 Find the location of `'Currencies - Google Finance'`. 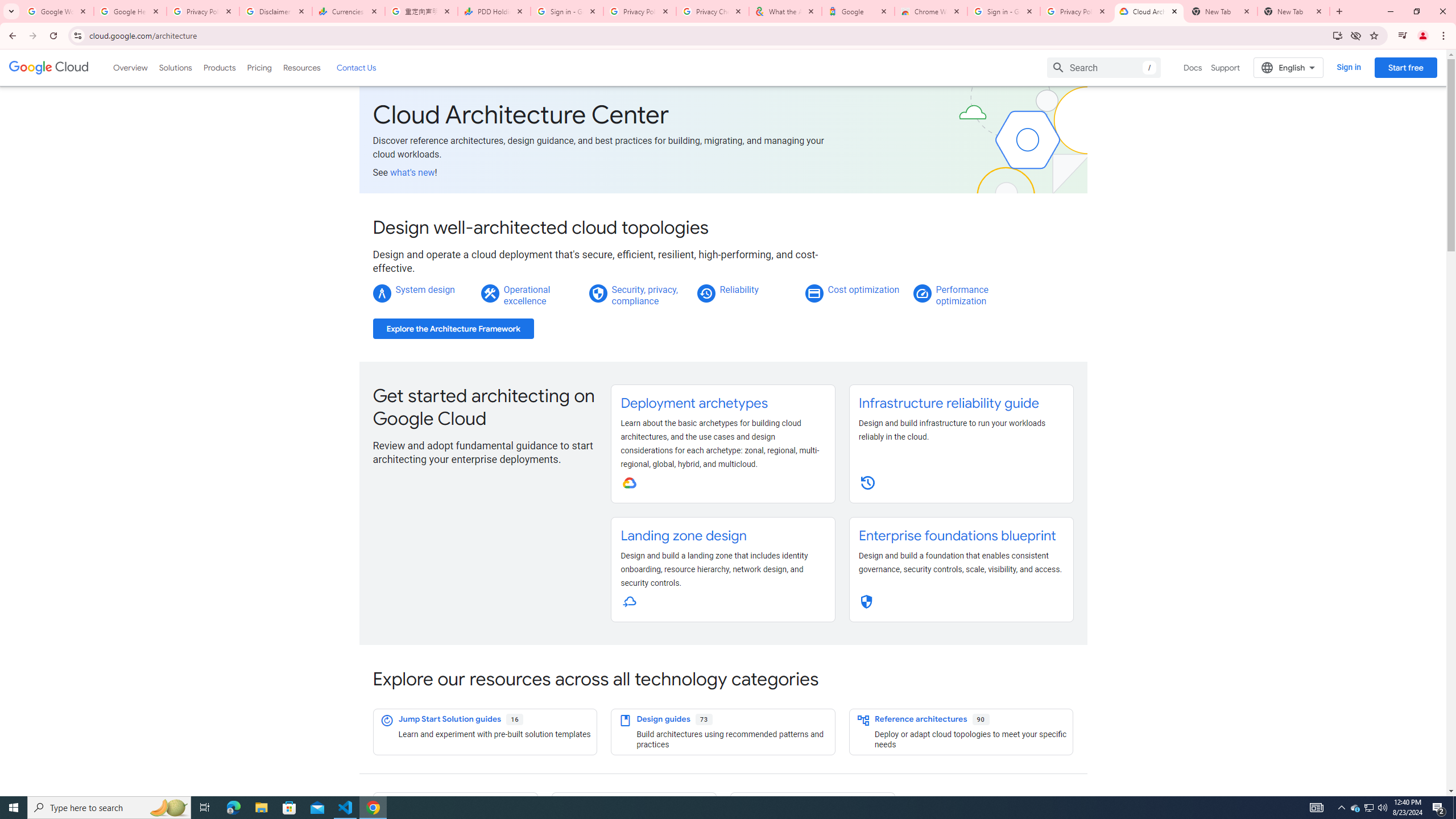

'Currencies - Google Finance' is located at coordinates (348, 11).